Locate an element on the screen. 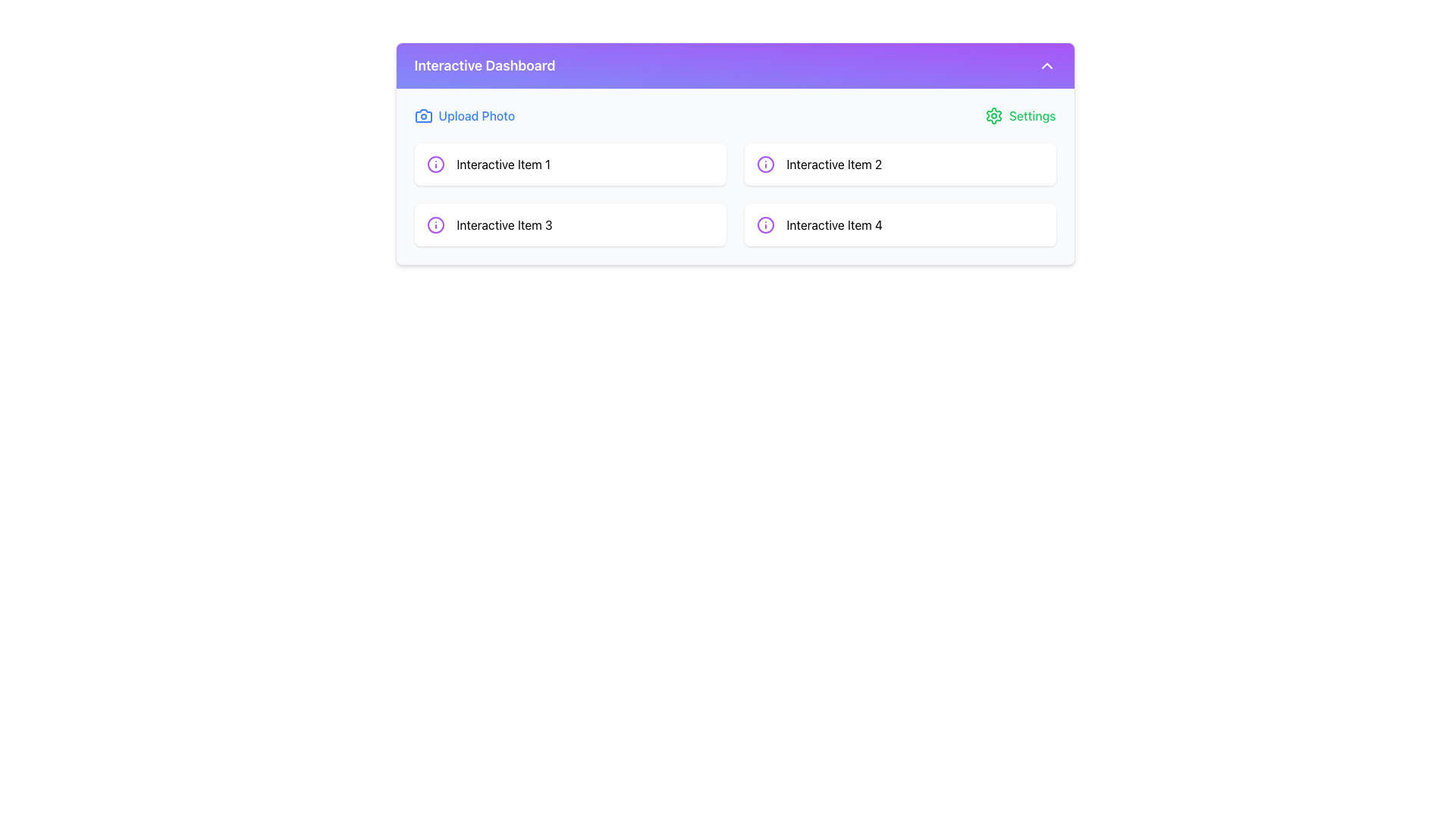 This screenshot has height=819, width=1456. the upward-pointing chevron icon located at the top-right corner of the 'Interactive Dashboard' header is located at coordinates (1046, 65).